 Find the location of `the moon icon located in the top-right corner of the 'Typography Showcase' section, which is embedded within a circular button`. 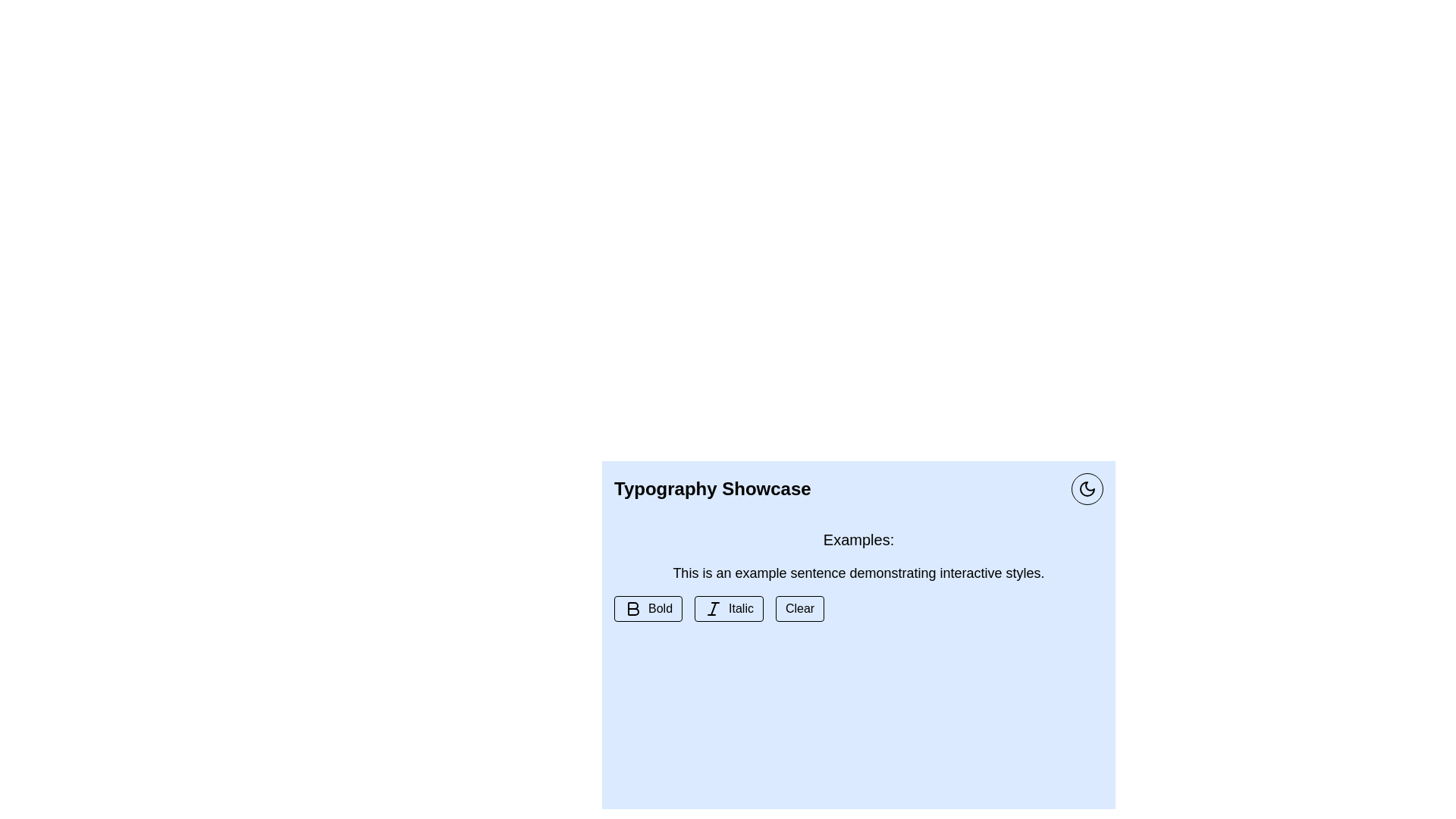

the moon icon located in the top-right corner of the 'Typography Showcase' section, which is embedded within a circular button is located at coordinates (1087, 488).